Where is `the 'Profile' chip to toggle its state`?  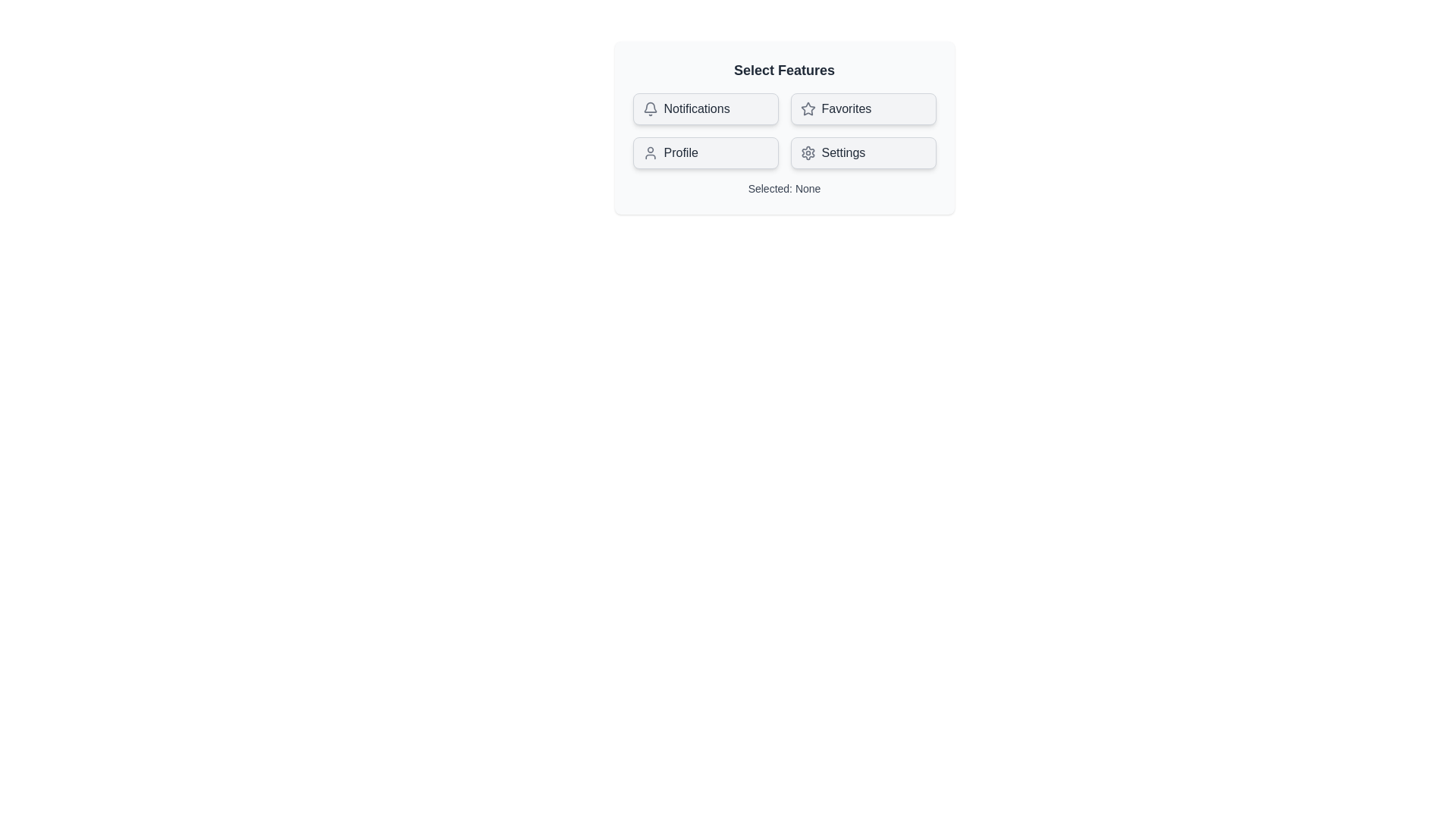 the 'Profile' chip to toggle its state is located at coordinates (704, 152).